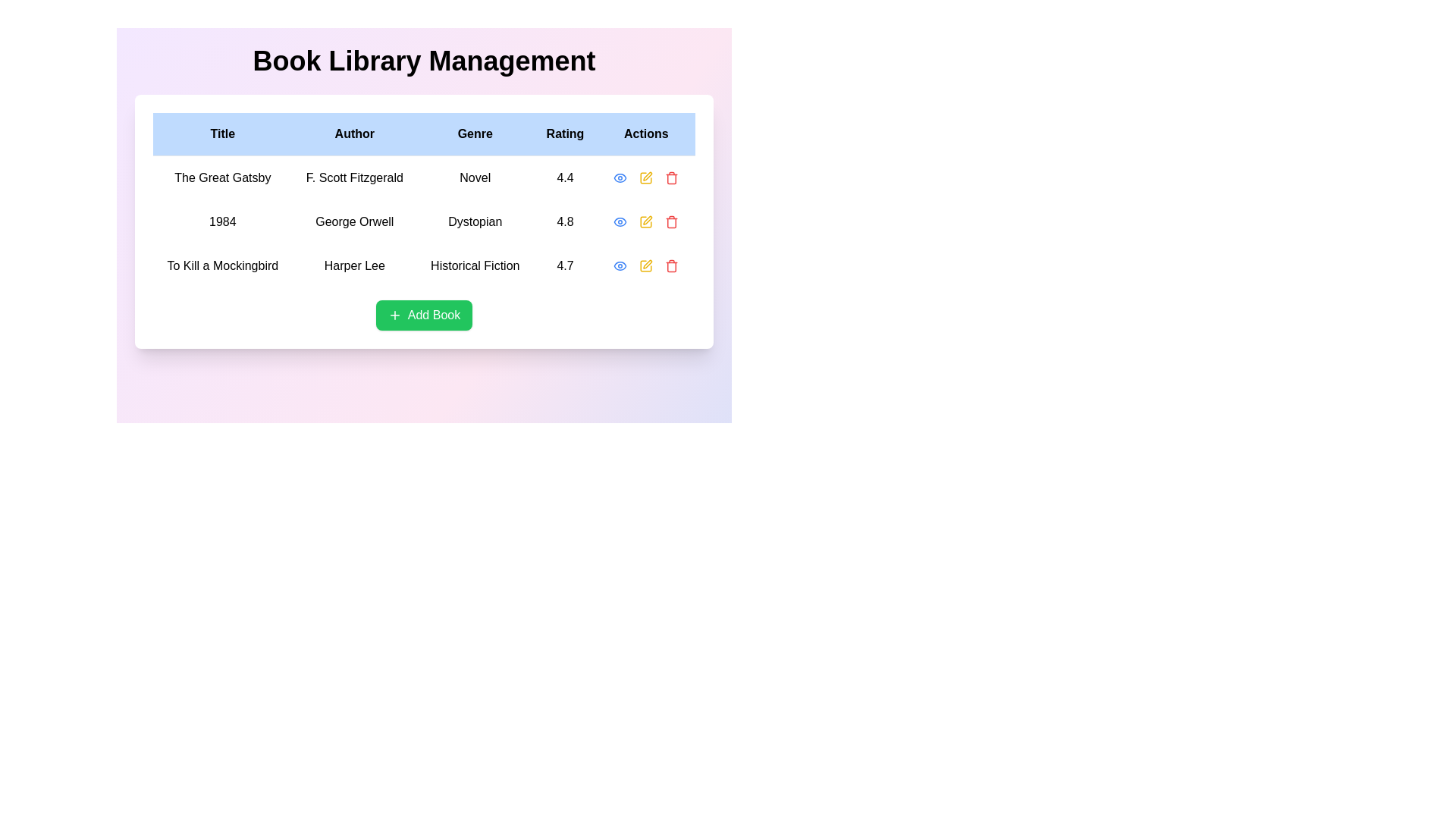 The width and height of the screenshot is (1456, 819). Describe the element at coordinates (620, 177) in the screenshot. I see `the eye-shaped SVG icon in the 'Actions' column of the 'Book Library Management' interface` at that location.